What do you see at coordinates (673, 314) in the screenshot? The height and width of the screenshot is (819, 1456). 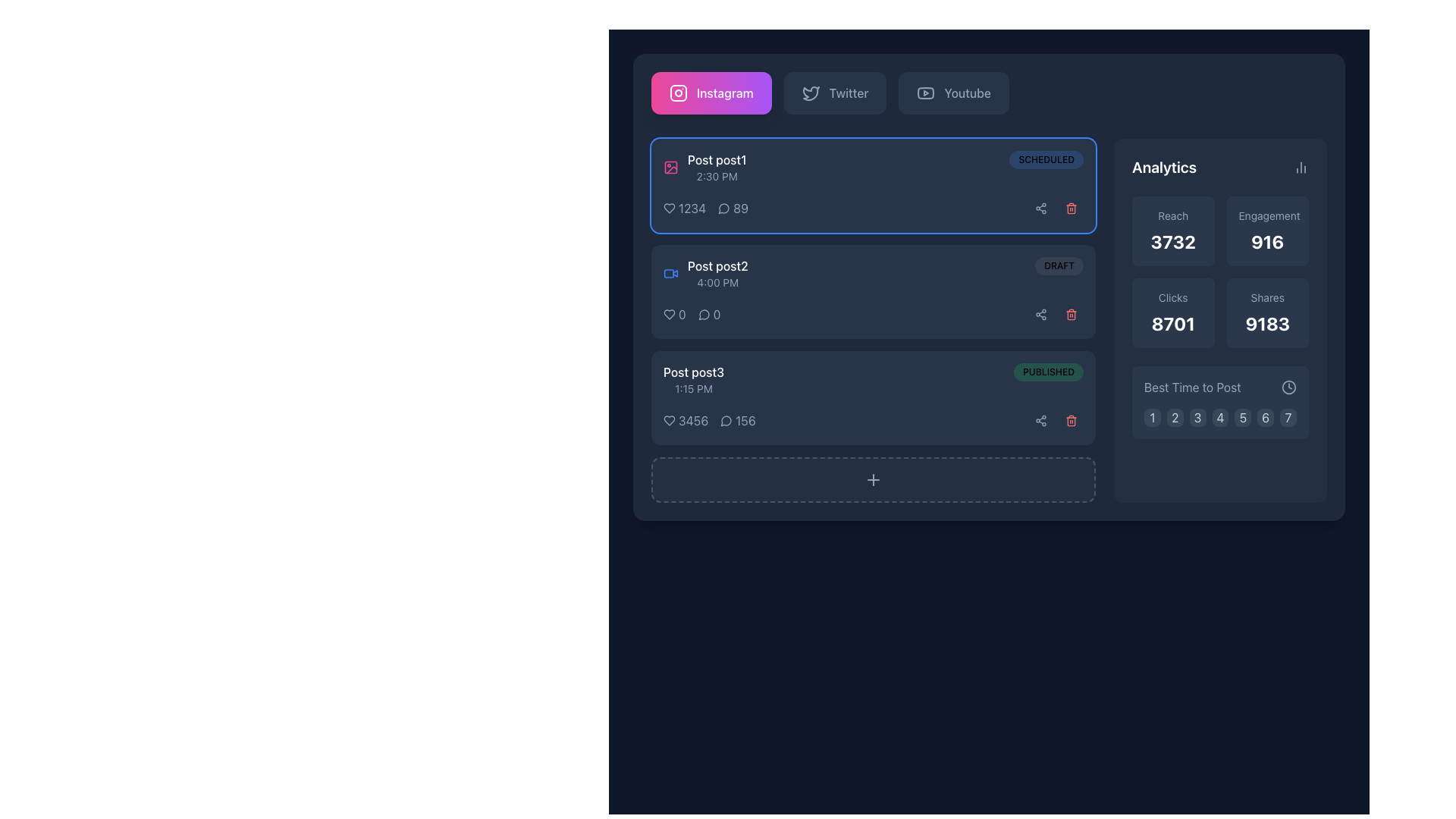 I see `the numeric display indicating the number of likes for 'Post post2', located first in the row of counters below the post section` at bounding box center [673, 314].